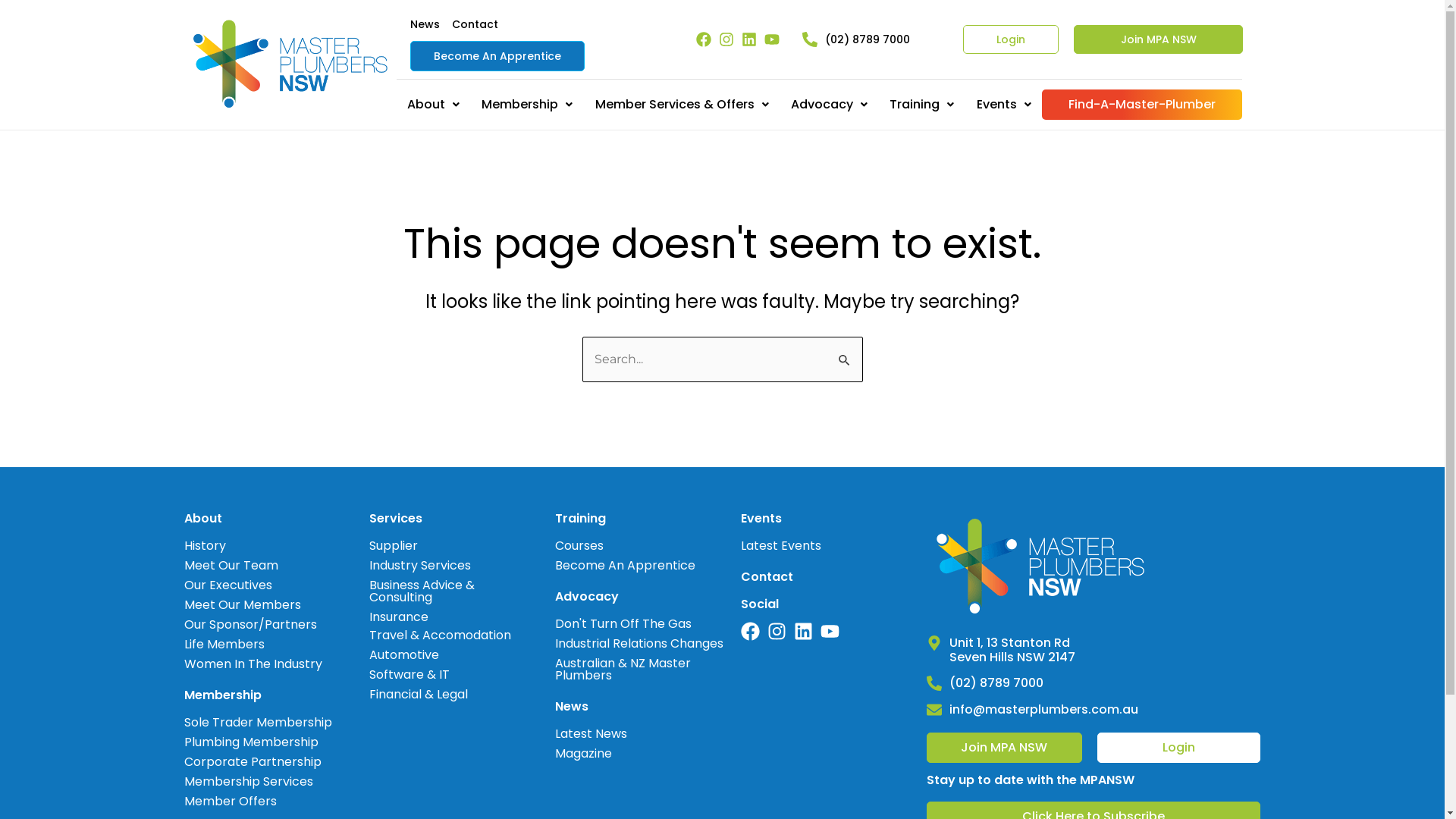 Image resolution: width=1456 pixels, height=819 pixels. I want to click on 'Advocacy', so click(828, 104).